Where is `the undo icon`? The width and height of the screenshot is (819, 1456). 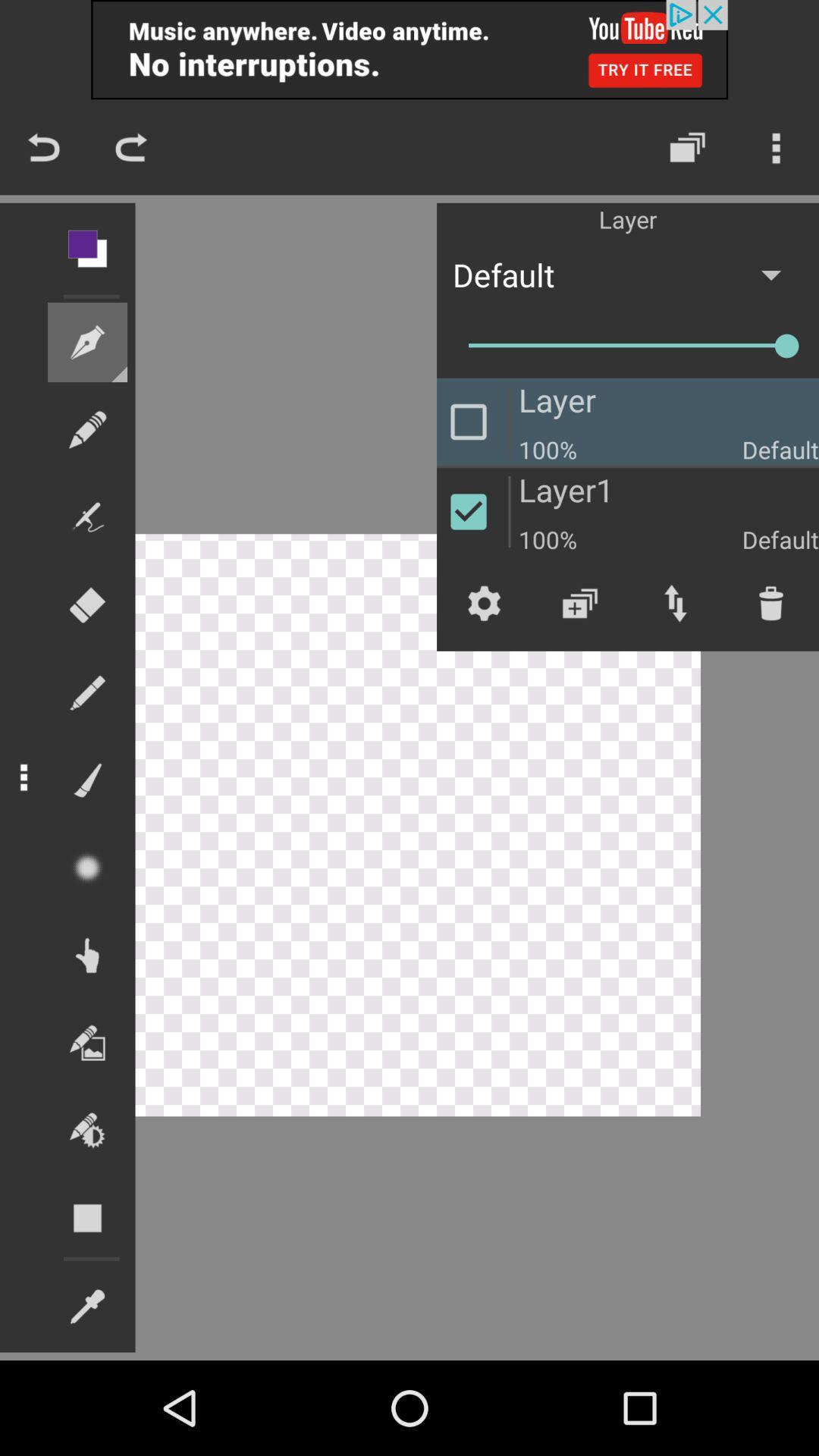
the undo icon is located at coordinates (42, 147).